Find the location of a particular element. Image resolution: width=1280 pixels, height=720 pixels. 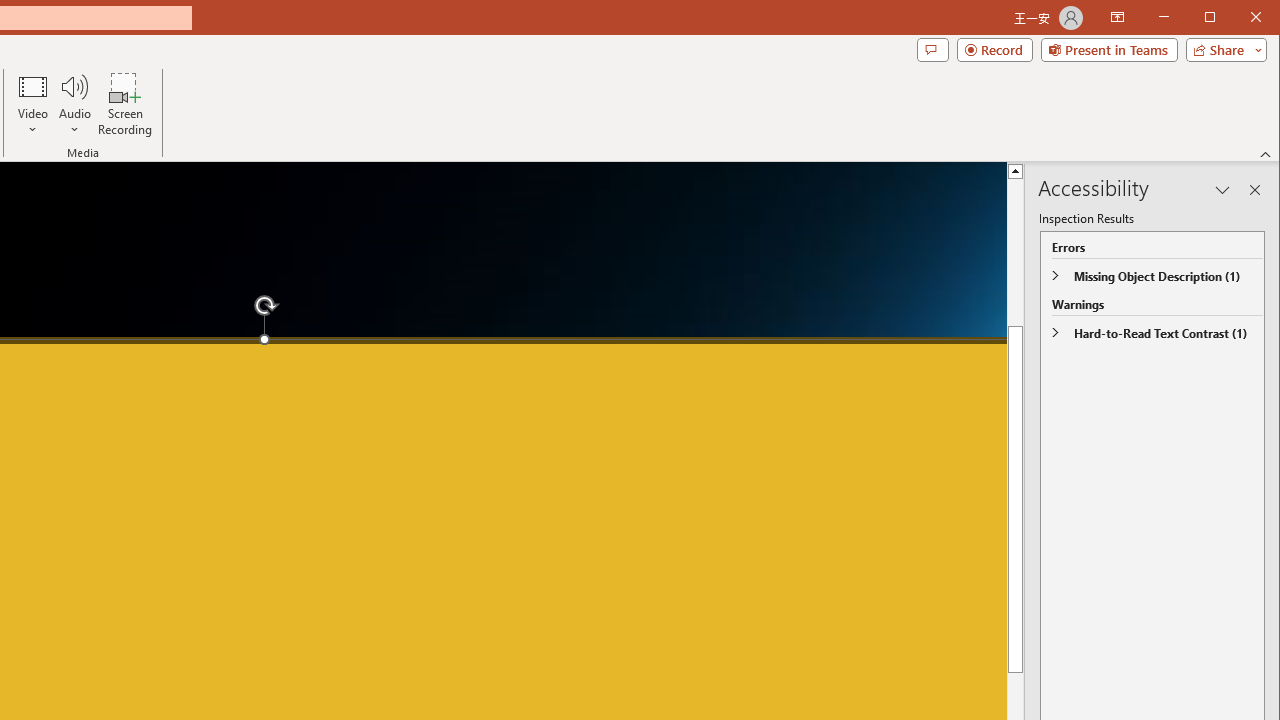

'Task Pane Options' is located at coordinates (1222, 190).